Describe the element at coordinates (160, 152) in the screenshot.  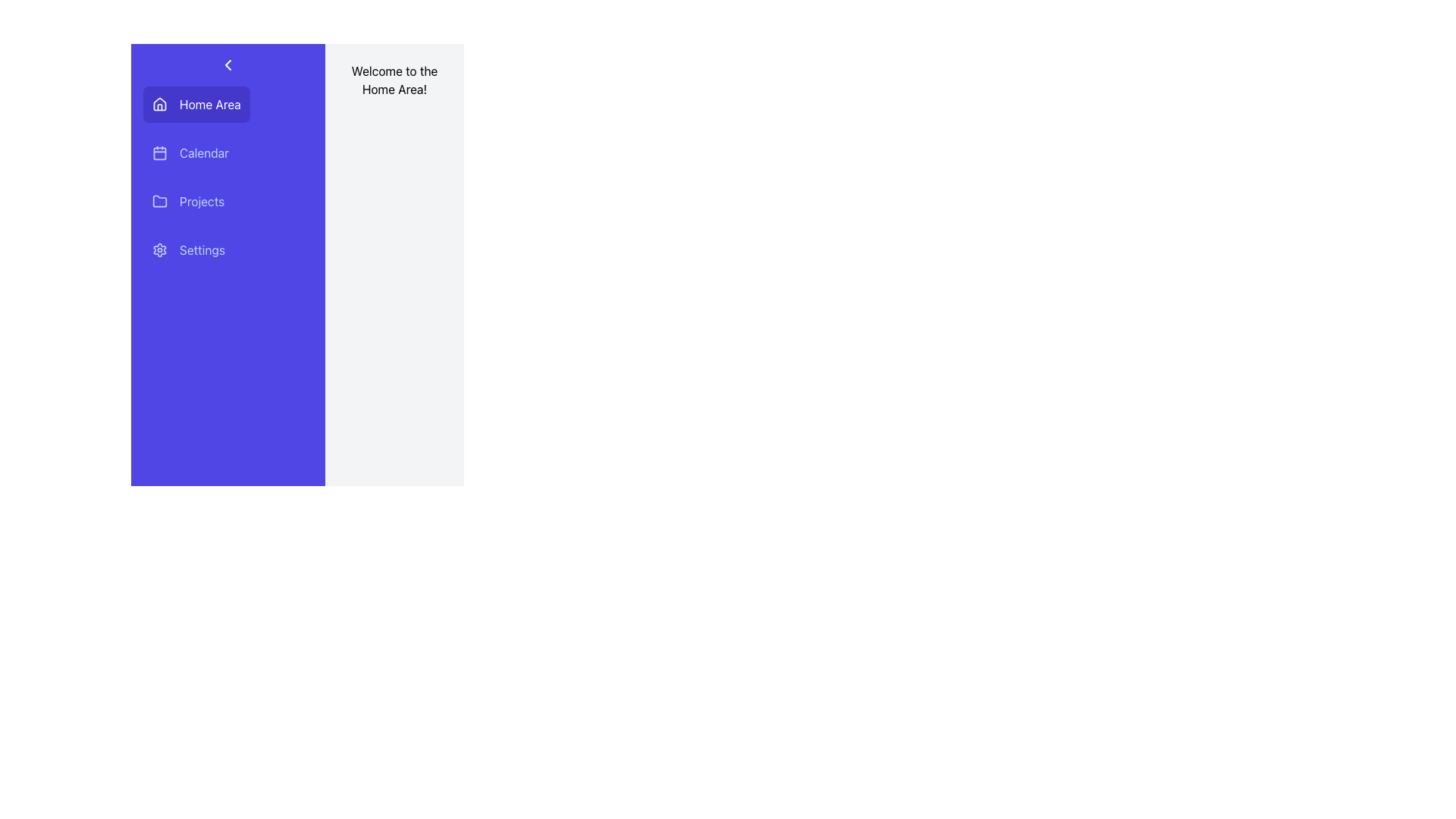
I see `the calendar icon in the navigation menu` at that location.